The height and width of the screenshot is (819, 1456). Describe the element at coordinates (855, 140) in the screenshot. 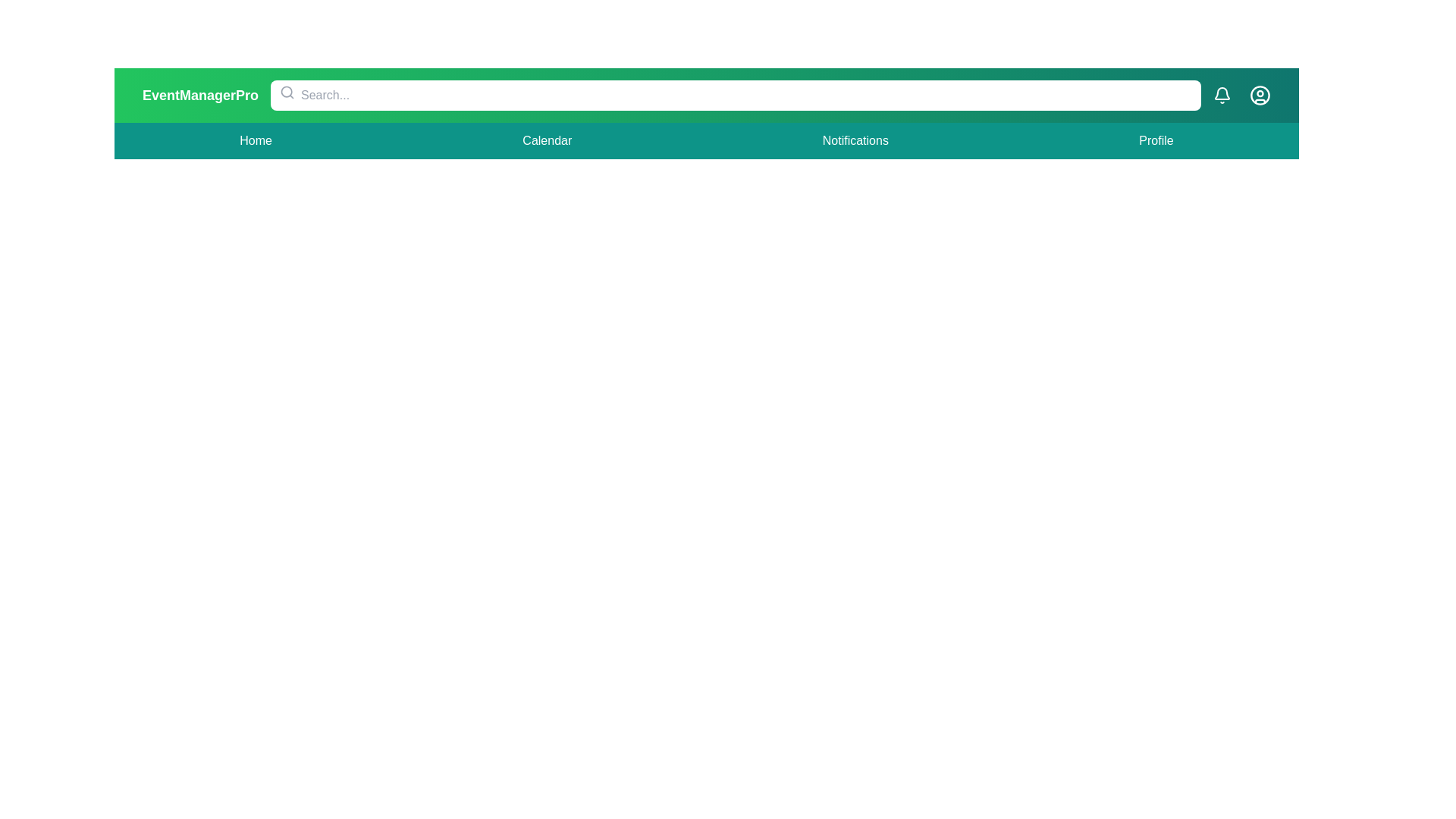

I see `the menu item Notifications from the navigation bar` at that location.